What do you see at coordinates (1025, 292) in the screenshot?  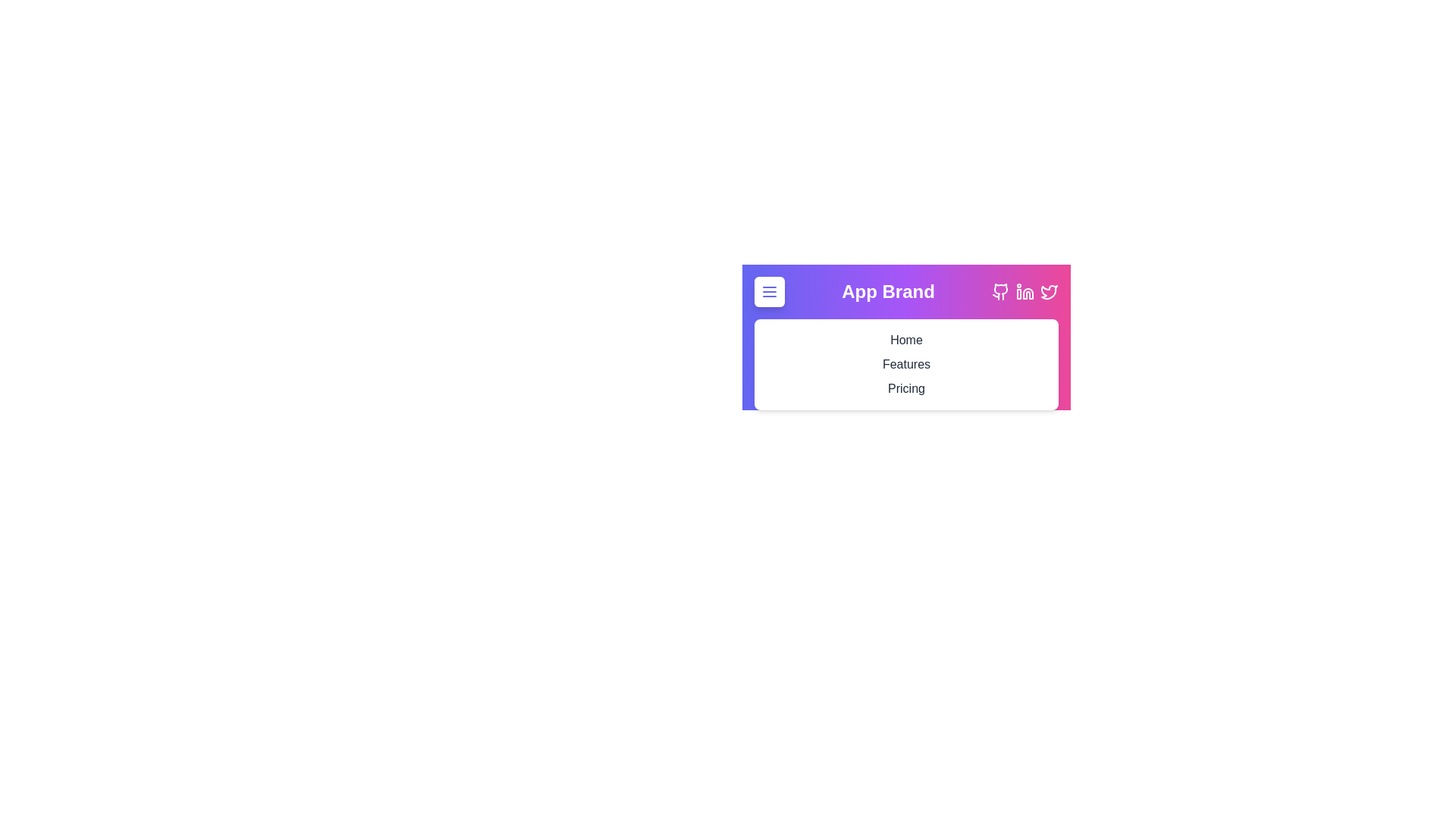 I see `the social media button for LinkedIn` at bounding box center [1025, 292].